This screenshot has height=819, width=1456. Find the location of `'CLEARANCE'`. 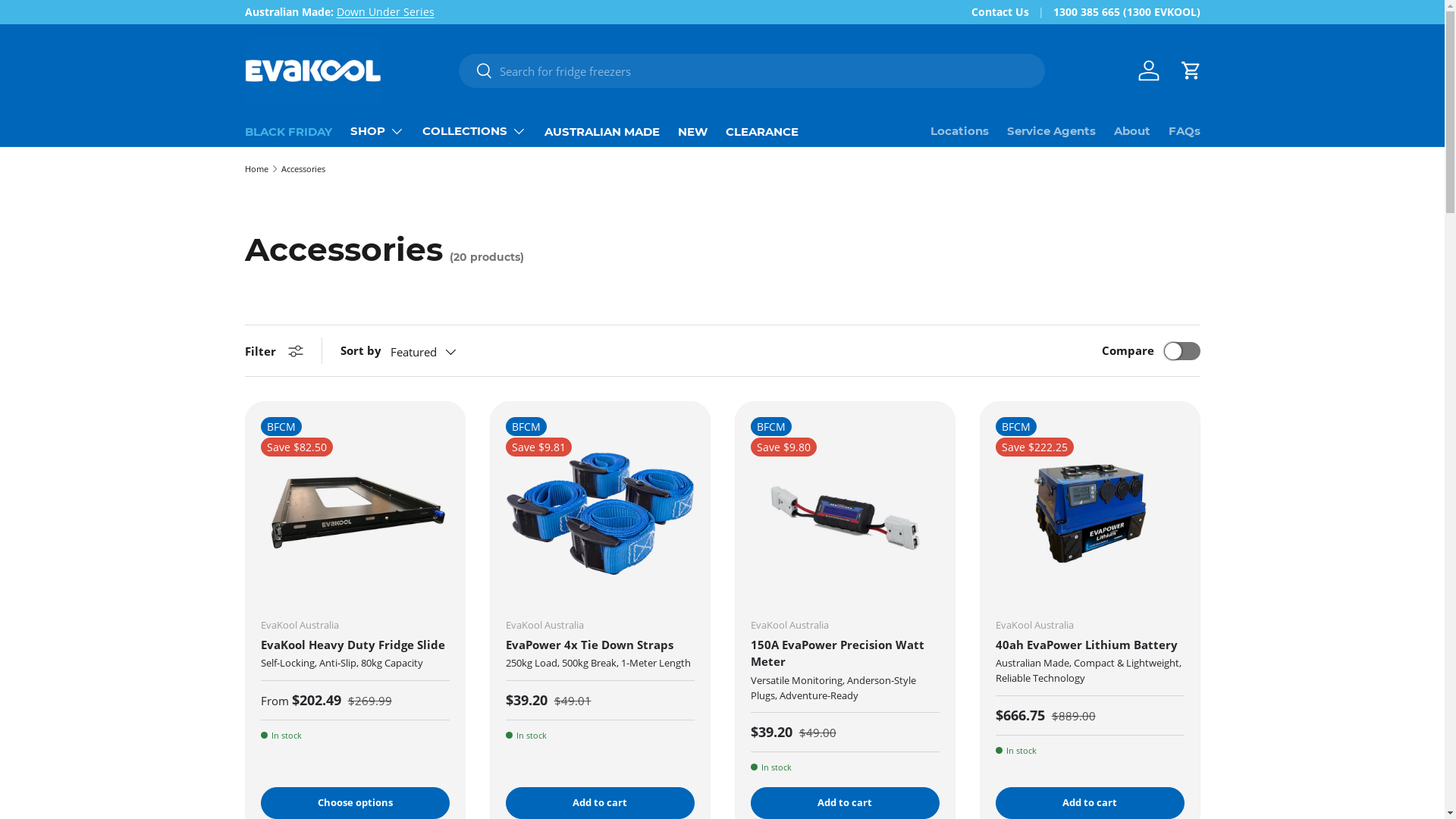

'CLEARANCE' is located at coordinates (723, 130).